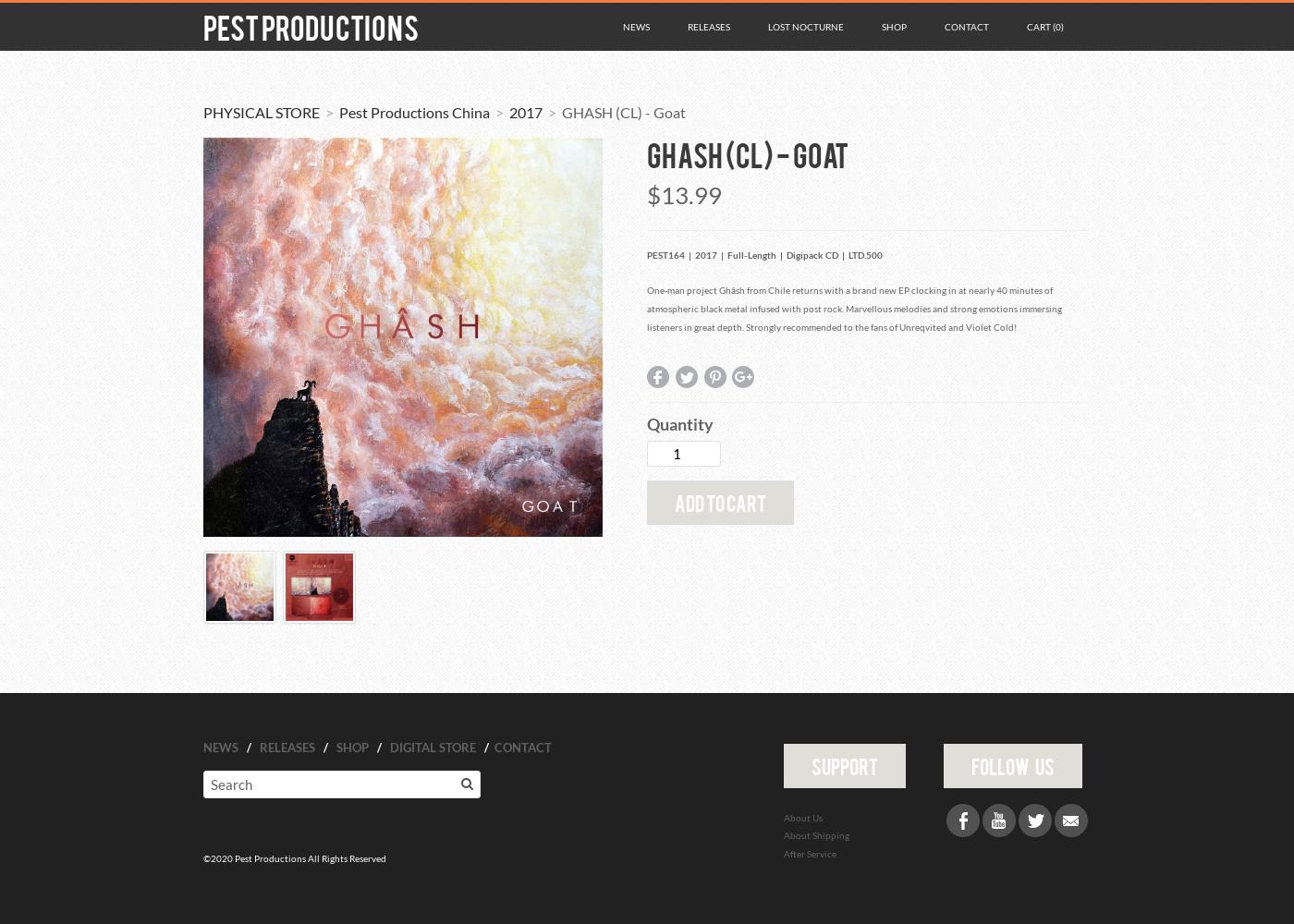  I want to click on 'About Us', so click(802, 817).